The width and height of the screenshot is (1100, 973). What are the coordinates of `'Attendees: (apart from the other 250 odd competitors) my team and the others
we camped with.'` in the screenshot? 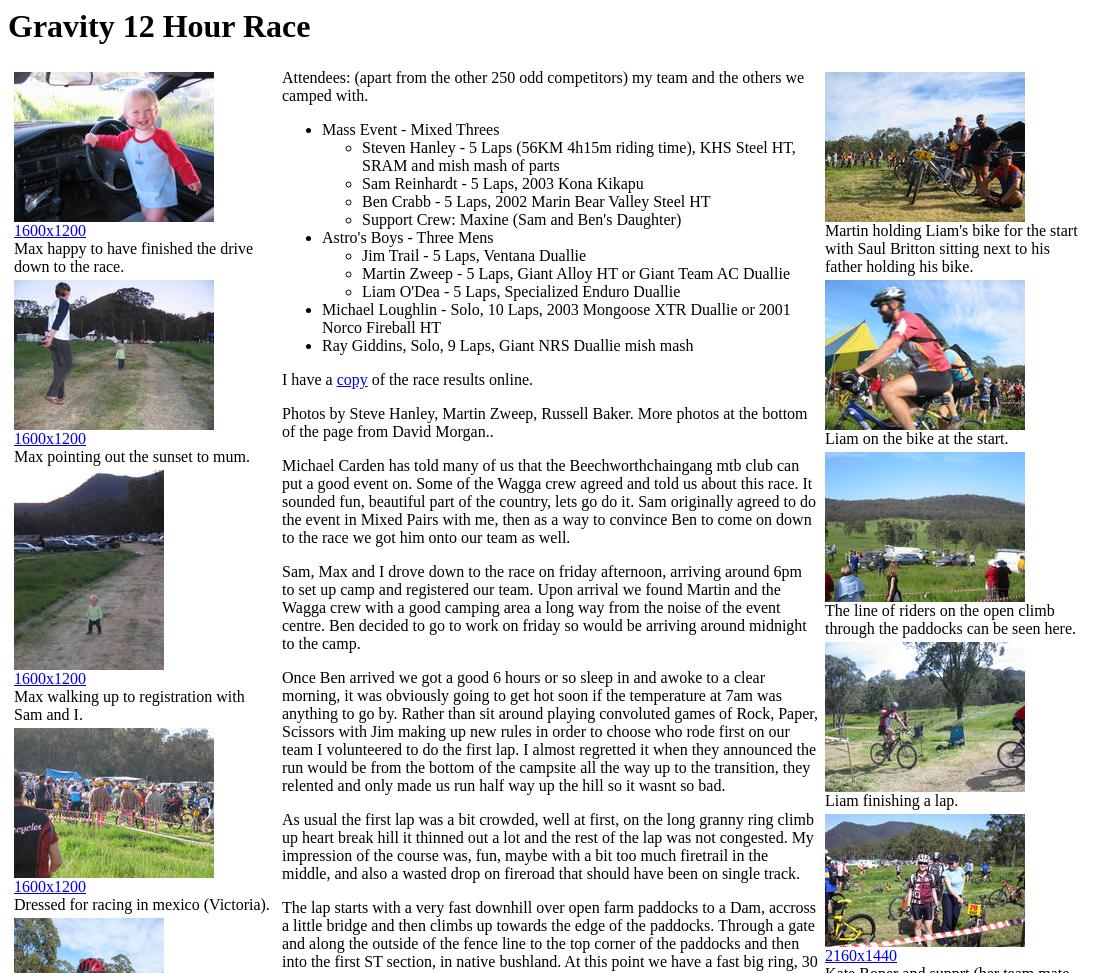 It's located at (281, 85).